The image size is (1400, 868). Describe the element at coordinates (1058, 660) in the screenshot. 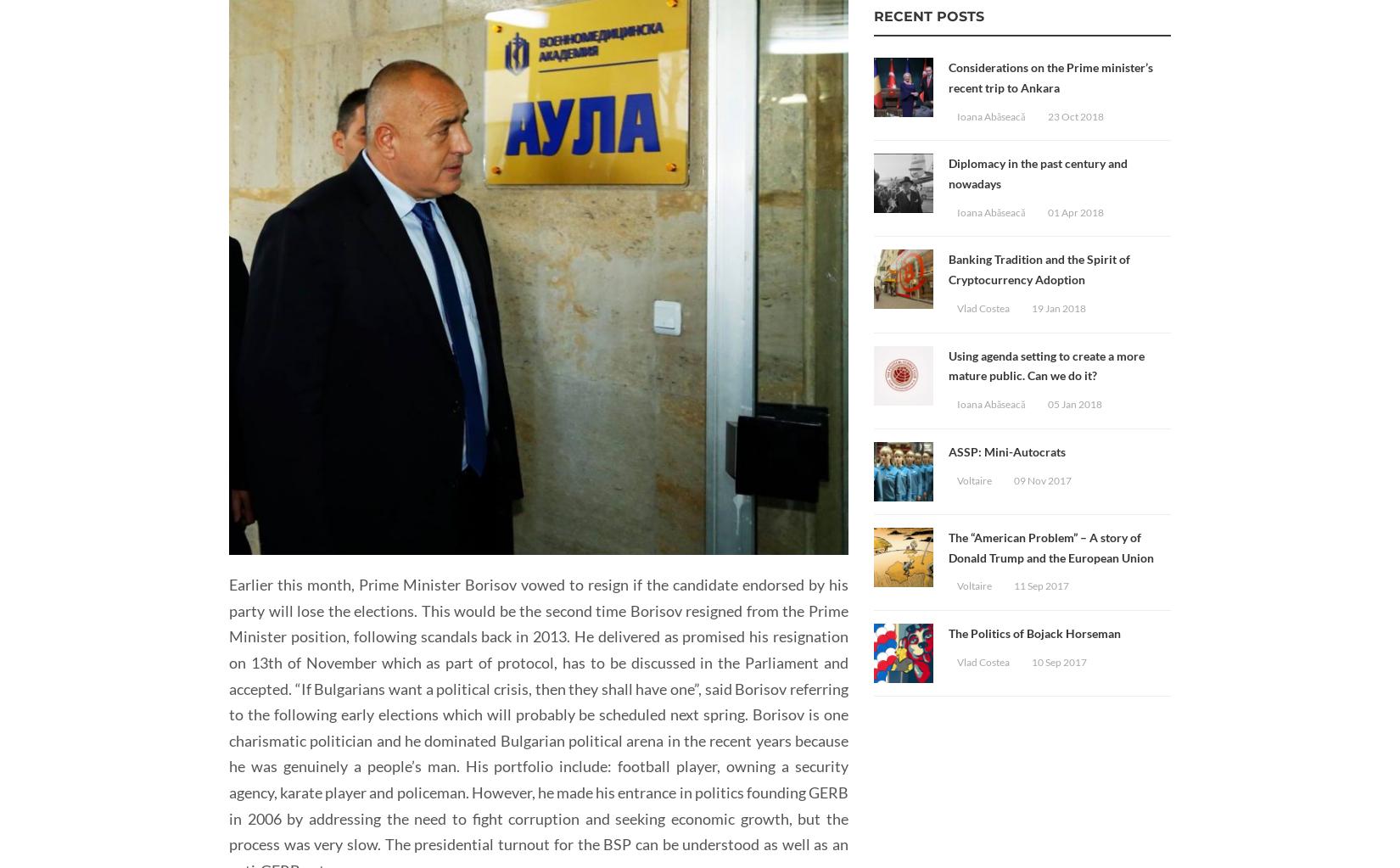

I see `'10 Sep 2017'` at that location.